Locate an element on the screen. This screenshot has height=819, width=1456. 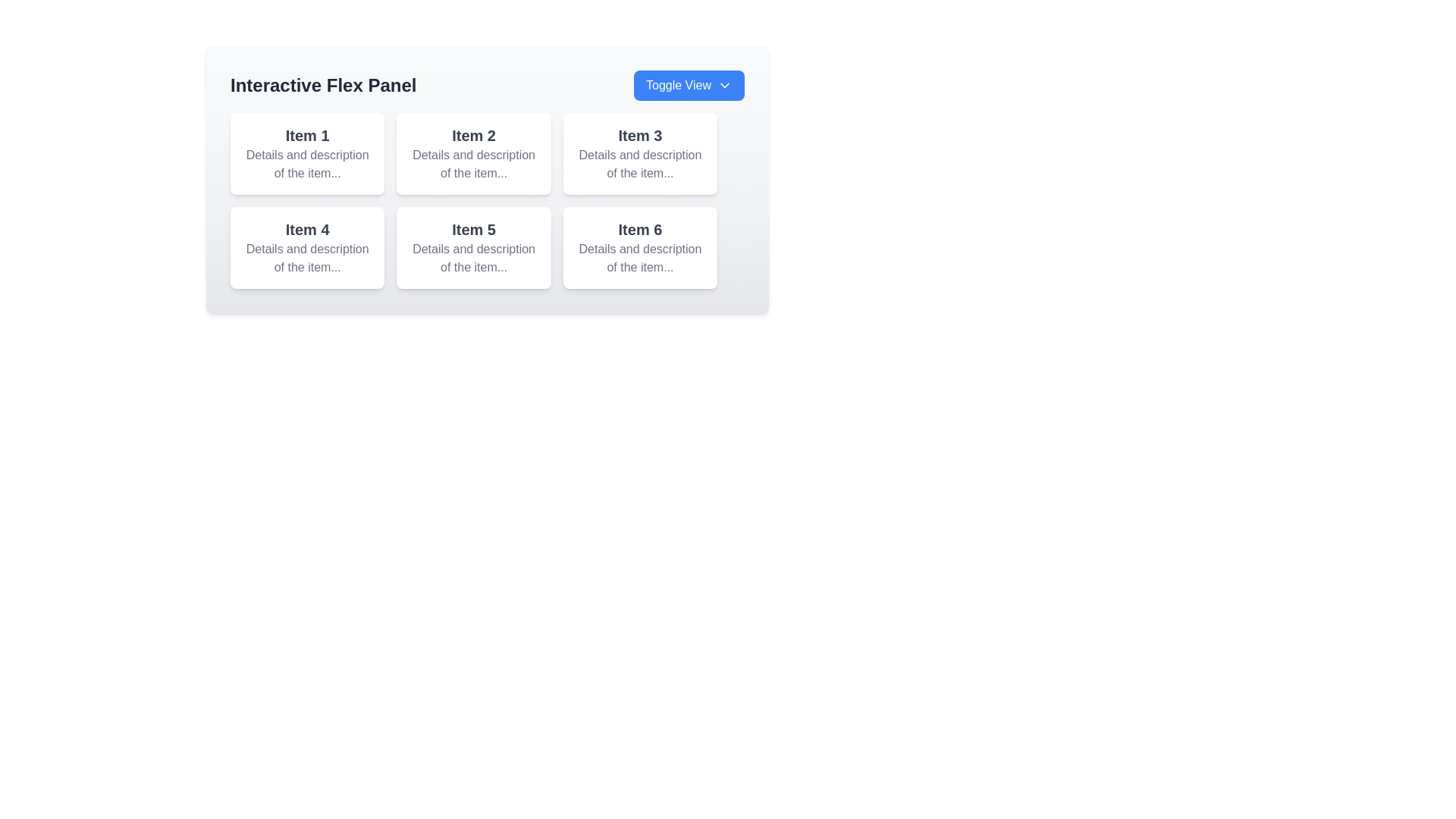
the text label containing 'Details and description of the item...' located within the card labeled 'Item 5', which is positioned in the bottom-center area of the grid is located at coordinates (473, 257).